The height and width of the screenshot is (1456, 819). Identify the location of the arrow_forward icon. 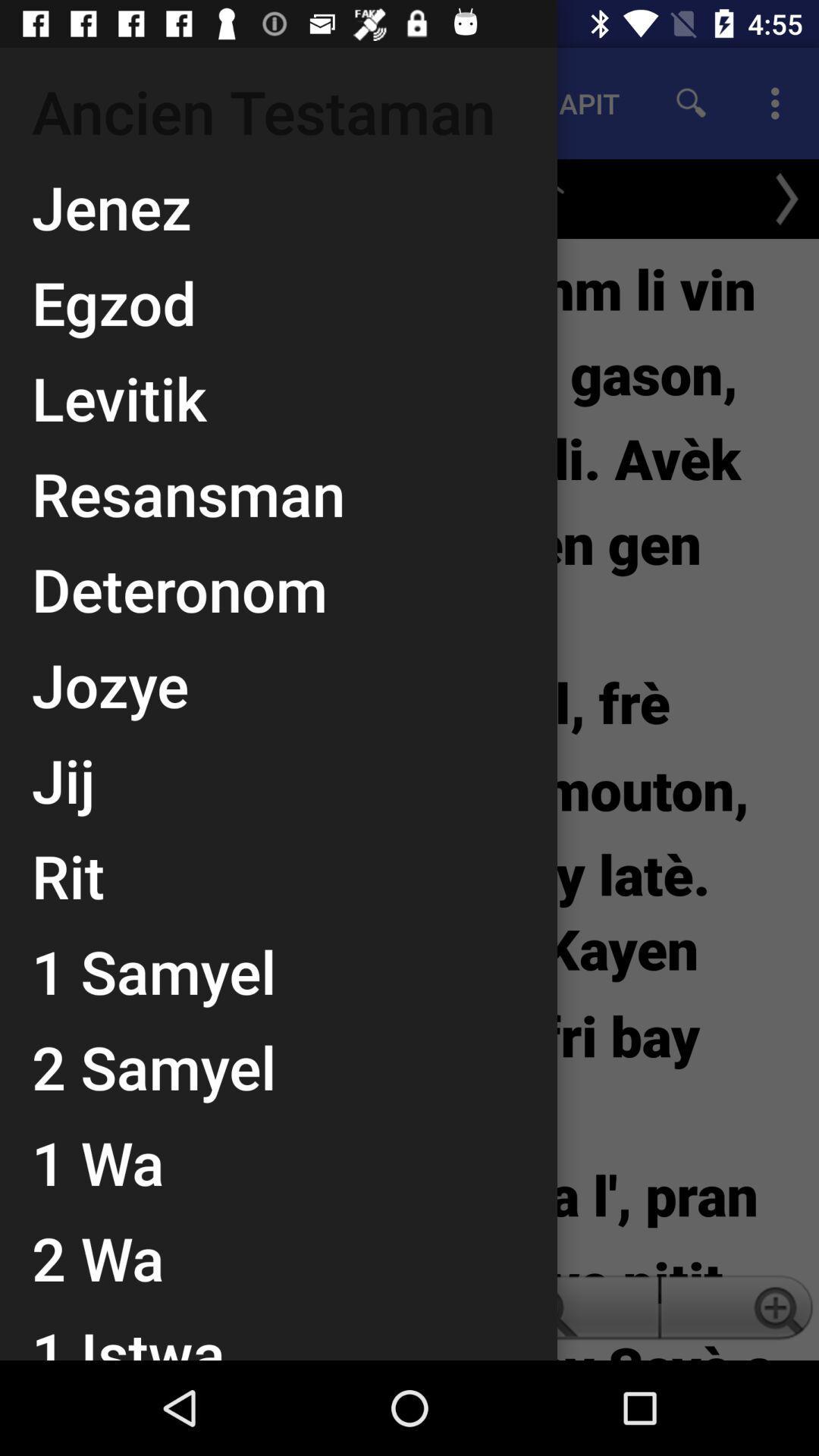
(786, 198).